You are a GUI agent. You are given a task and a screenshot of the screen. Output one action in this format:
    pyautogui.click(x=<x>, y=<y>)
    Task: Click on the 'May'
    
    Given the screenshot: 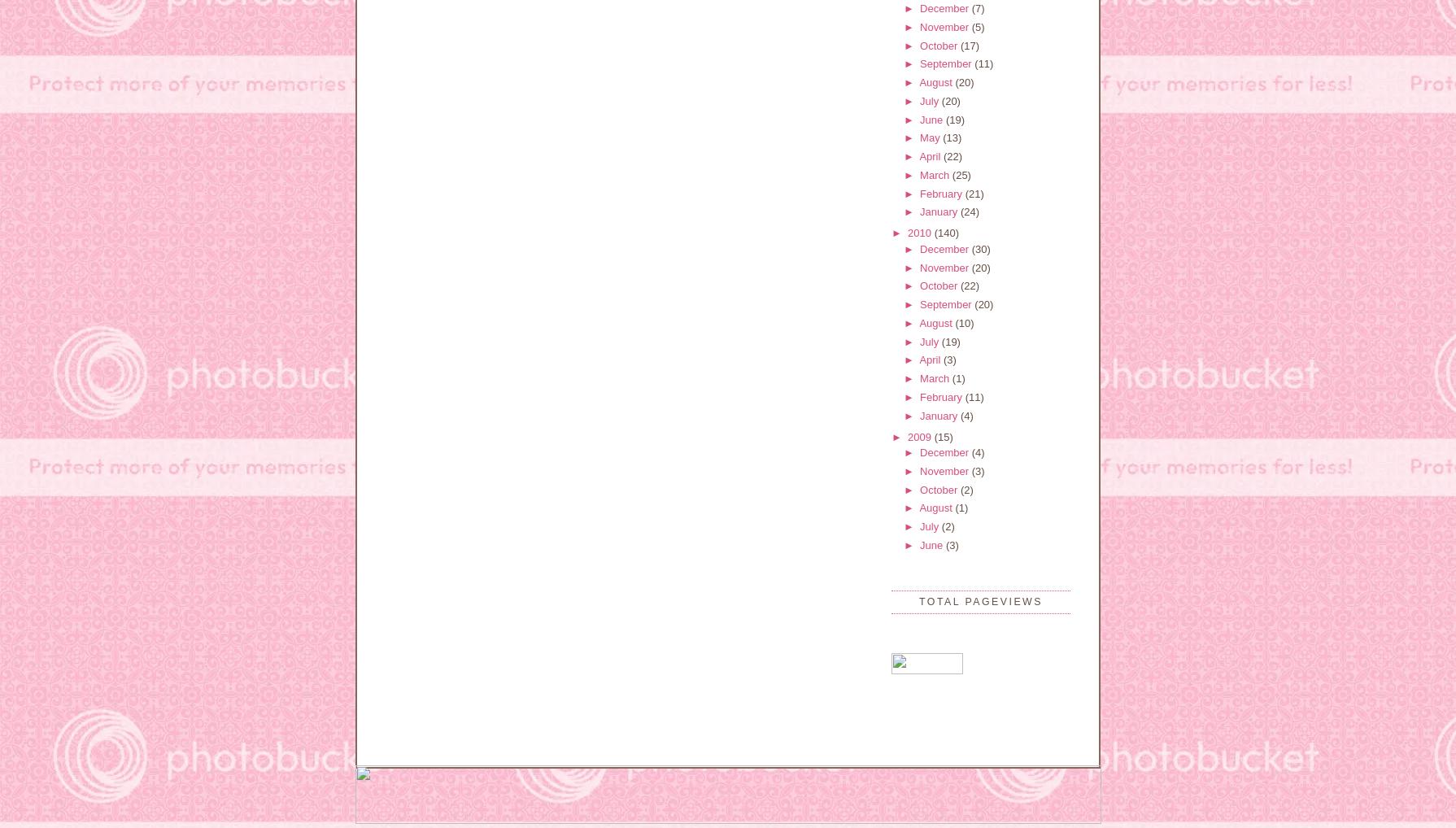 What is the action you would take?
    pyautogui.click(x=931, y=137)
    